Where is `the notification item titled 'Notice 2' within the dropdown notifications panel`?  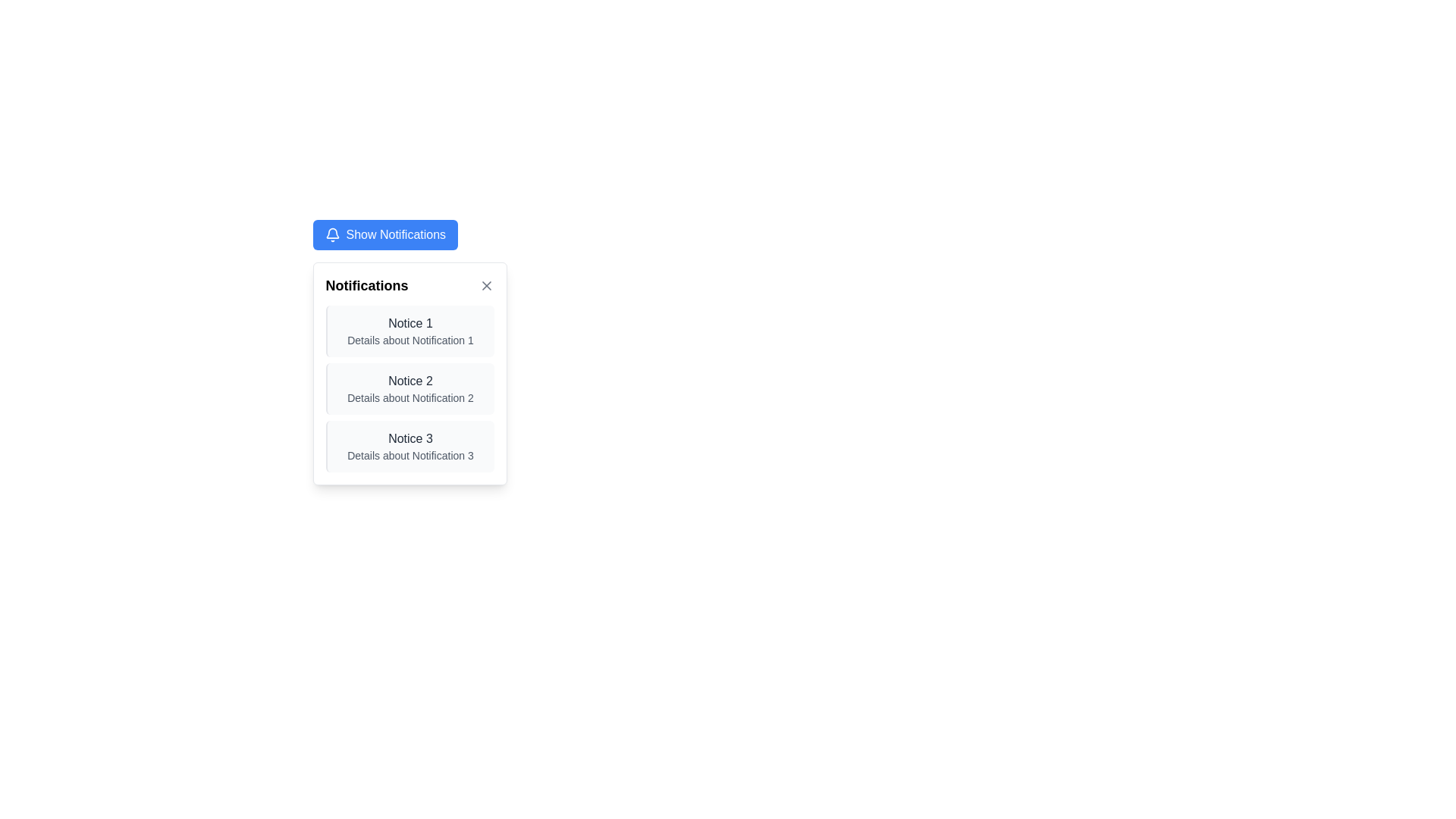 the notification item titled 'Notice 2' within the dropdown notifications panel is located at coordinates (409, 374).